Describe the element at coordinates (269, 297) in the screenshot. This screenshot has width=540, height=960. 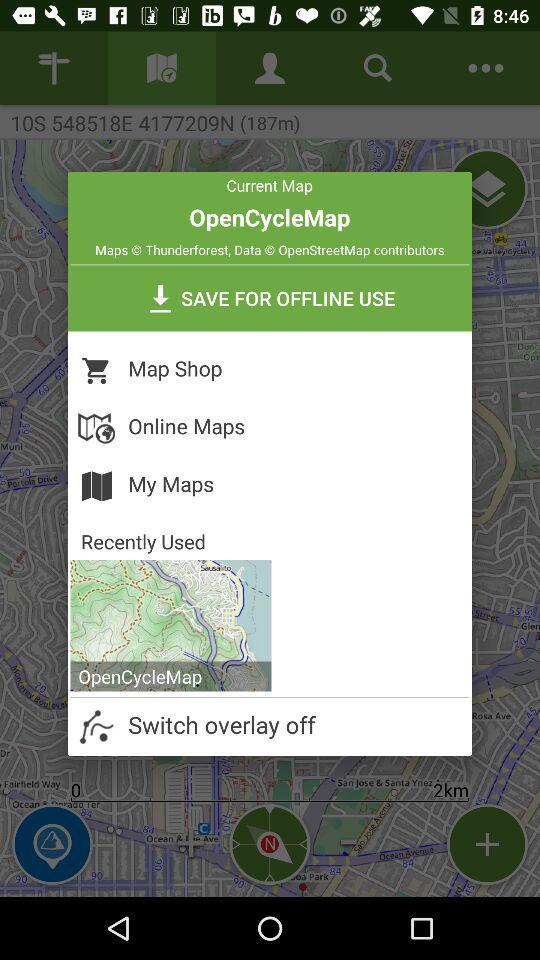
I see `save for offline item` at that location.